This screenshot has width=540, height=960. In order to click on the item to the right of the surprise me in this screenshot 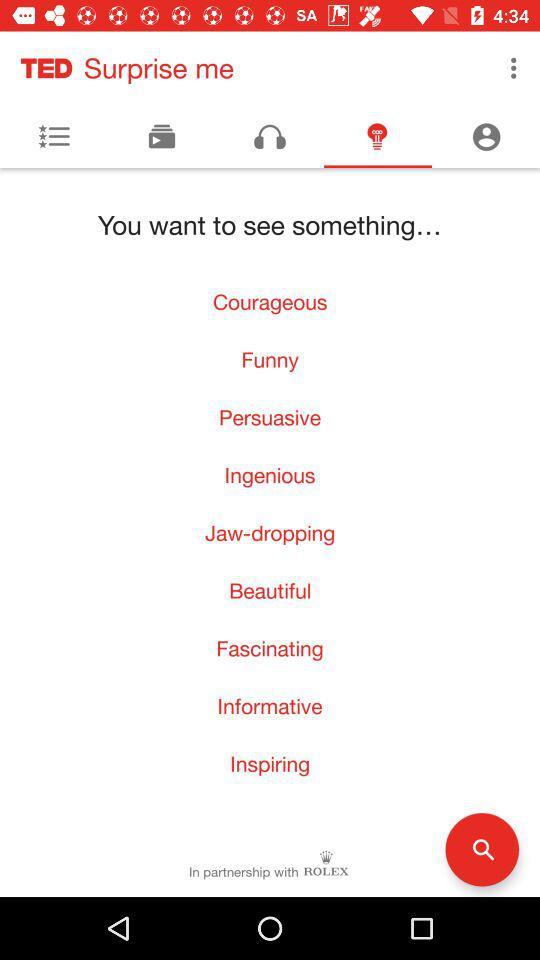, I will do `click(513, 68)`.